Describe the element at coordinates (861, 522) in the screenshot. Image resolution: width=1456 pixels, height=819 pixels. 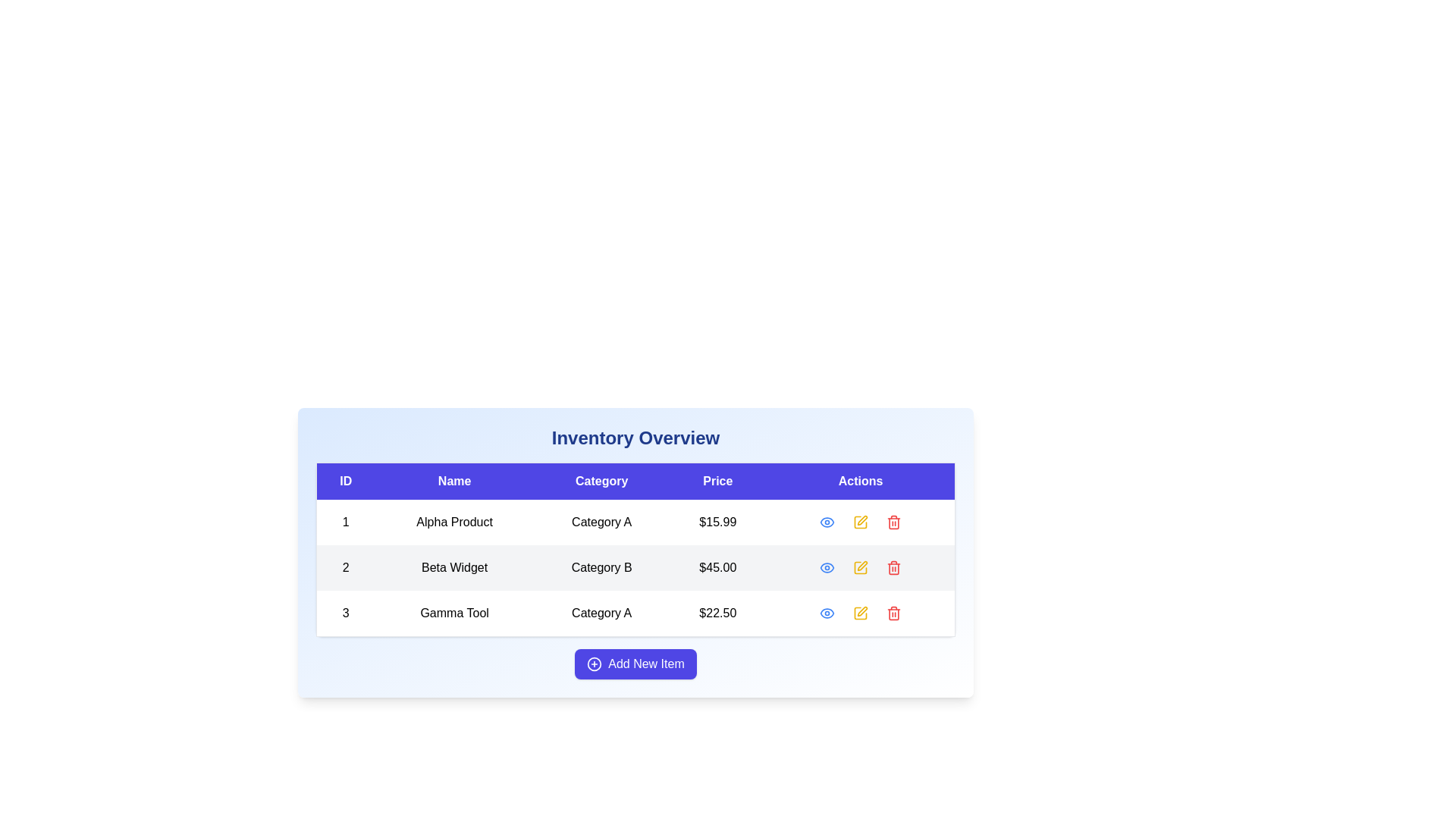
I see `the edit button, which is represented by a pencil icon, located in the 'Actions' column of the first row in the inventory table` at that location.